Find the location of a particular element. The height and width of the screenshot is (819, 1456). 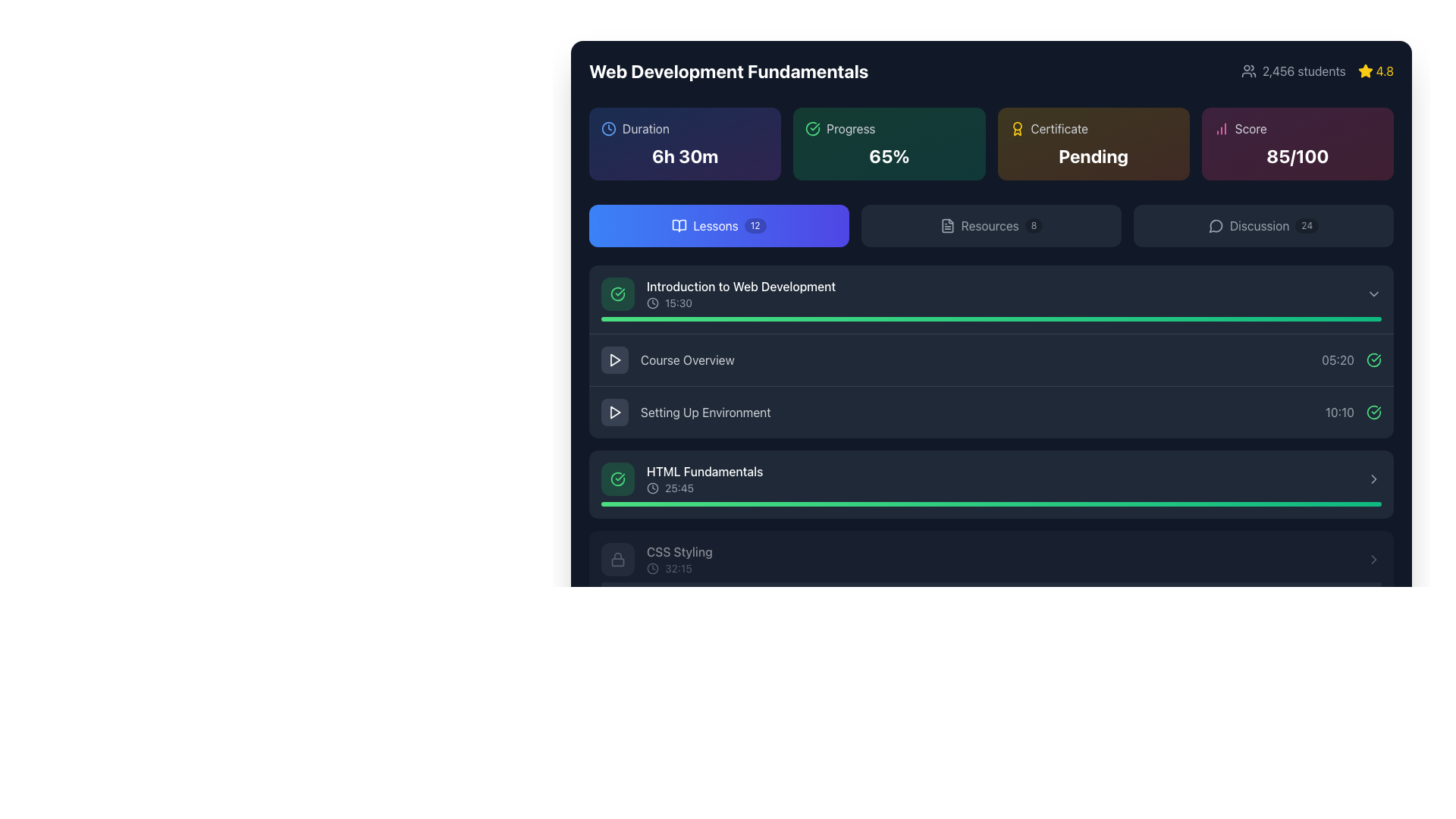

the Badge or Status Indicator located to the right of the 'Resources' text in the navigation bar, which displays a count of items or notifications is located at coordinates (1033, 225).